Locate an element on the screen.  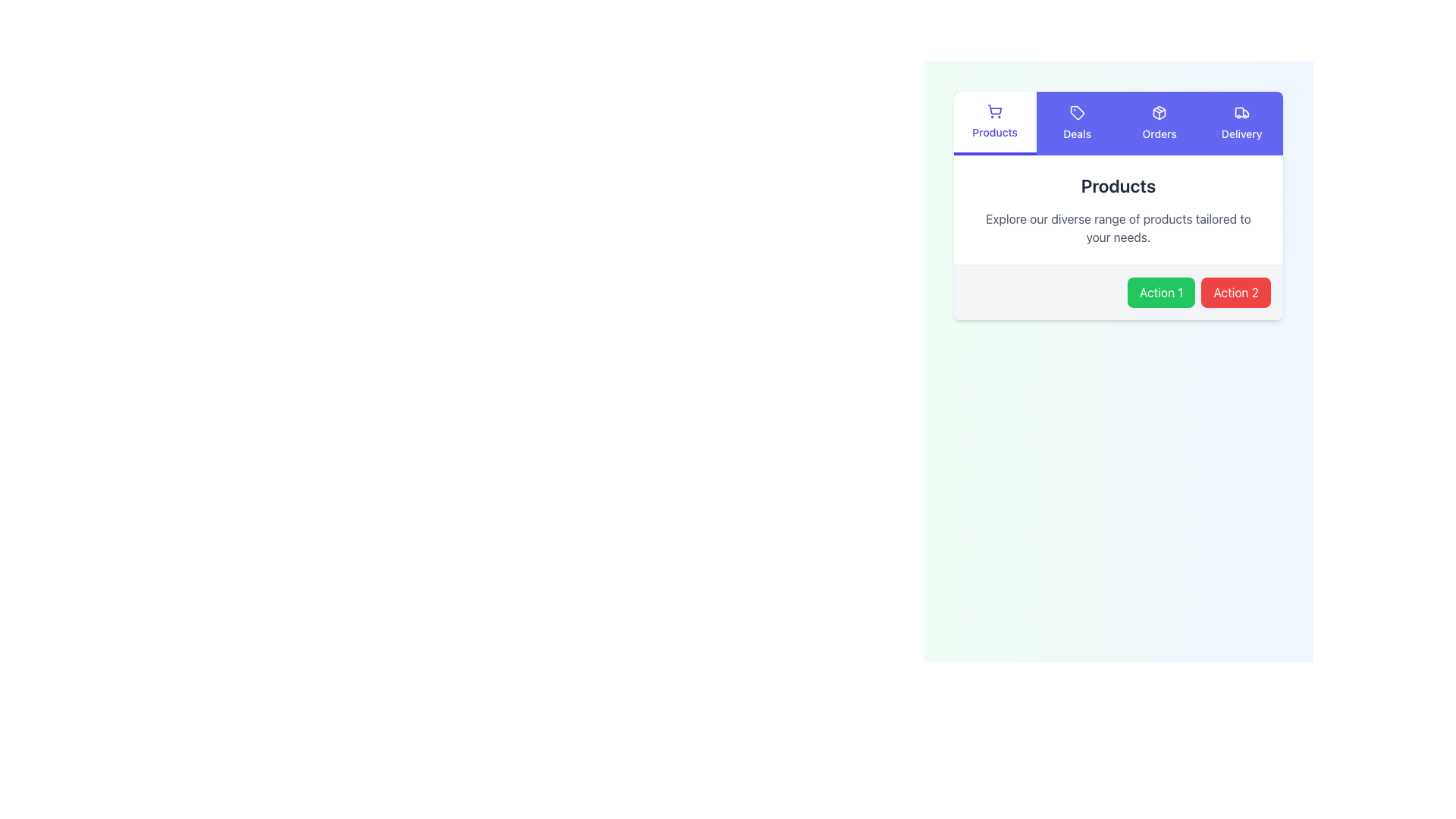
the 'Orders' text label in the navigation bar is located at coordinates (1159, 133).